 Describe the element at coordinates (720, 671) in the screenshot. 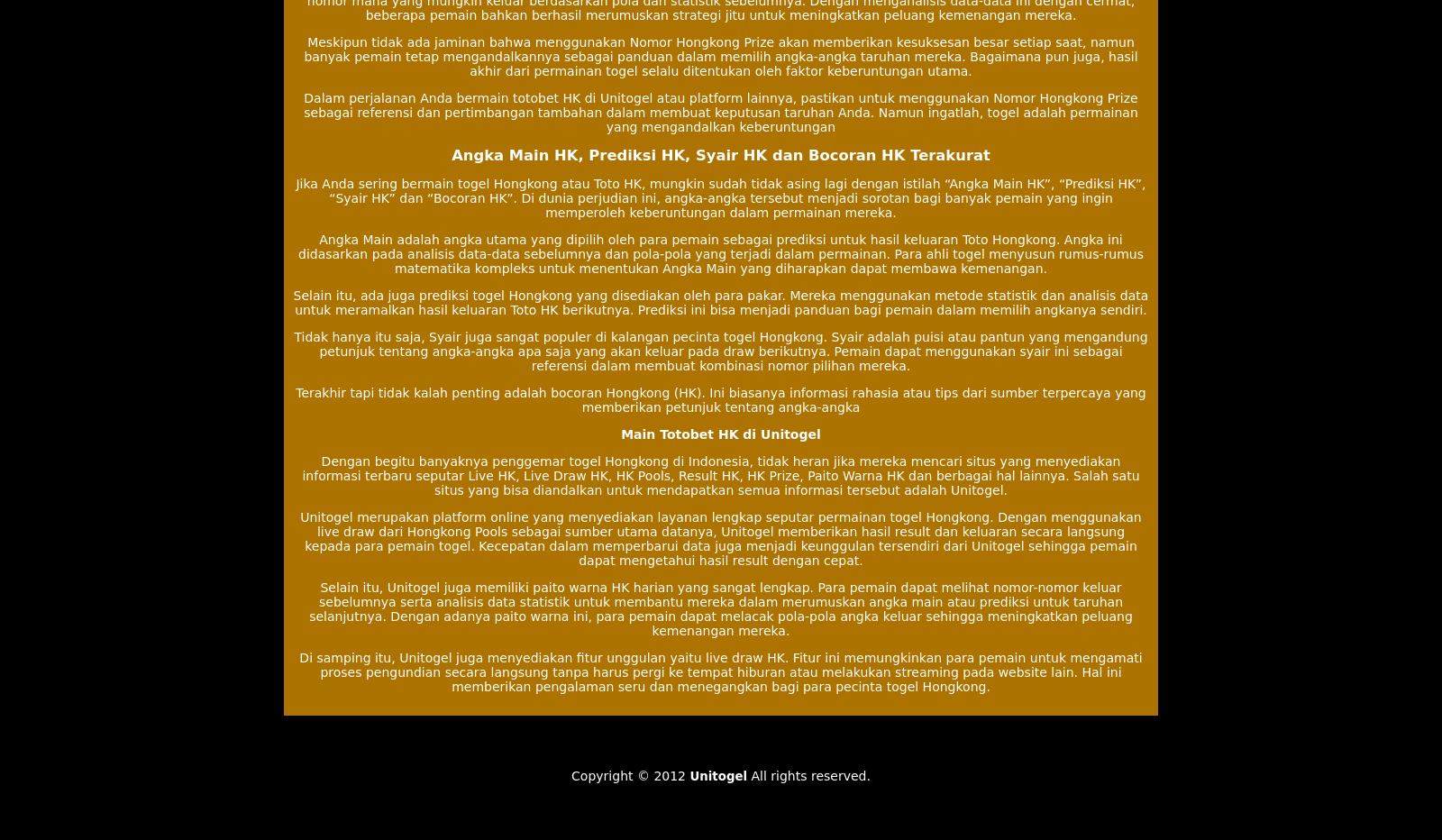

I see `'Di samping itu, Unitogel juga menyediakan fitur unggulan yaitu live draw HK. Fitur ini memungkinkan para pemain untuk mengamati proses pengundian secara langsung tanpa harus pergi ke tempat hiburan atau melakukan streaming pada website lain. Hal ini memberikan pengalaman seru dan menegangkan bagi para pecinta togel Hongkong.'` at that location.